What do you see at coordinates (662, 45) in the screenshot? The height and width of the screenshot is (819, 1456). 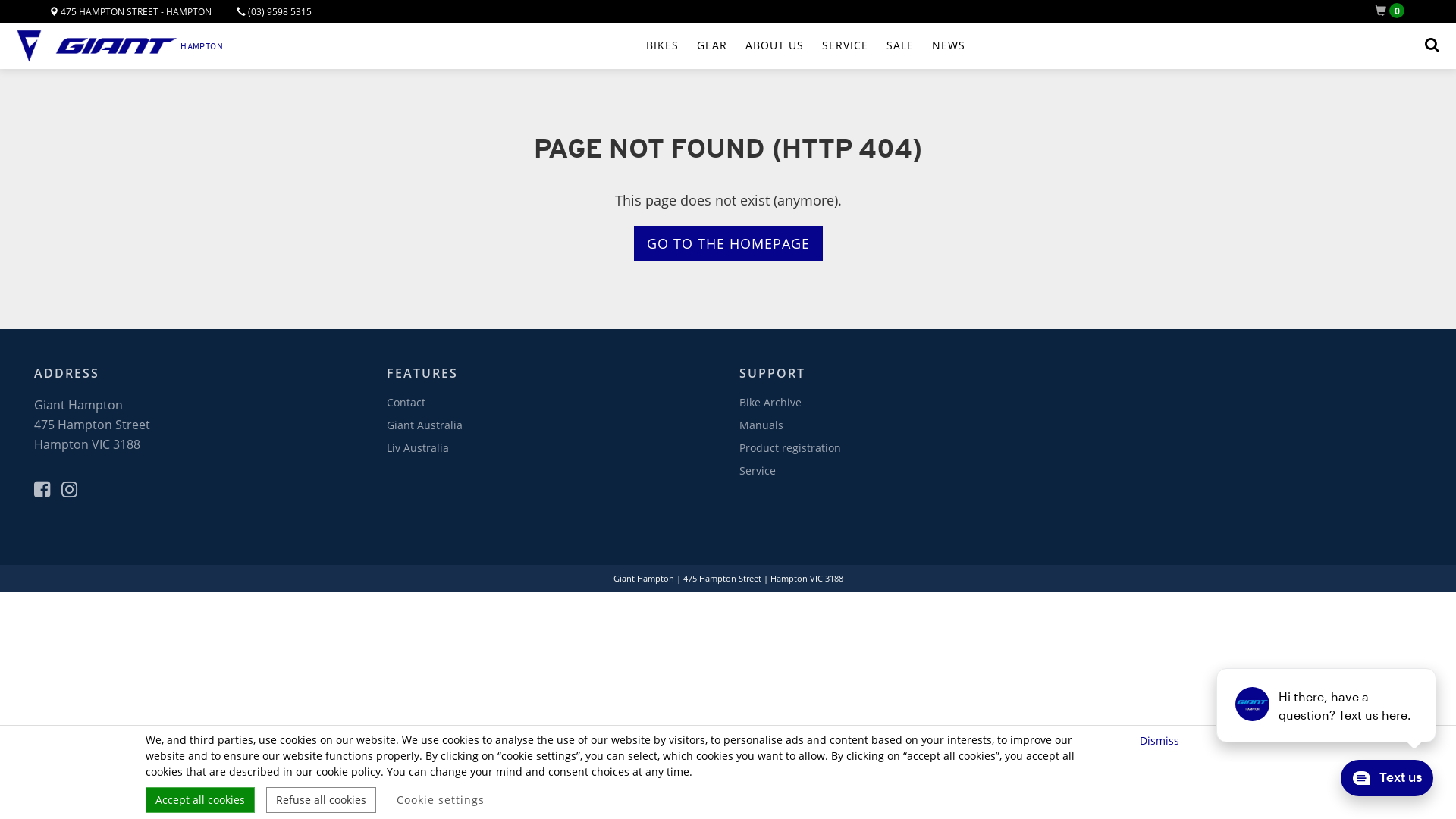 I see `'BIKES'` at bounding box center [662, 45].